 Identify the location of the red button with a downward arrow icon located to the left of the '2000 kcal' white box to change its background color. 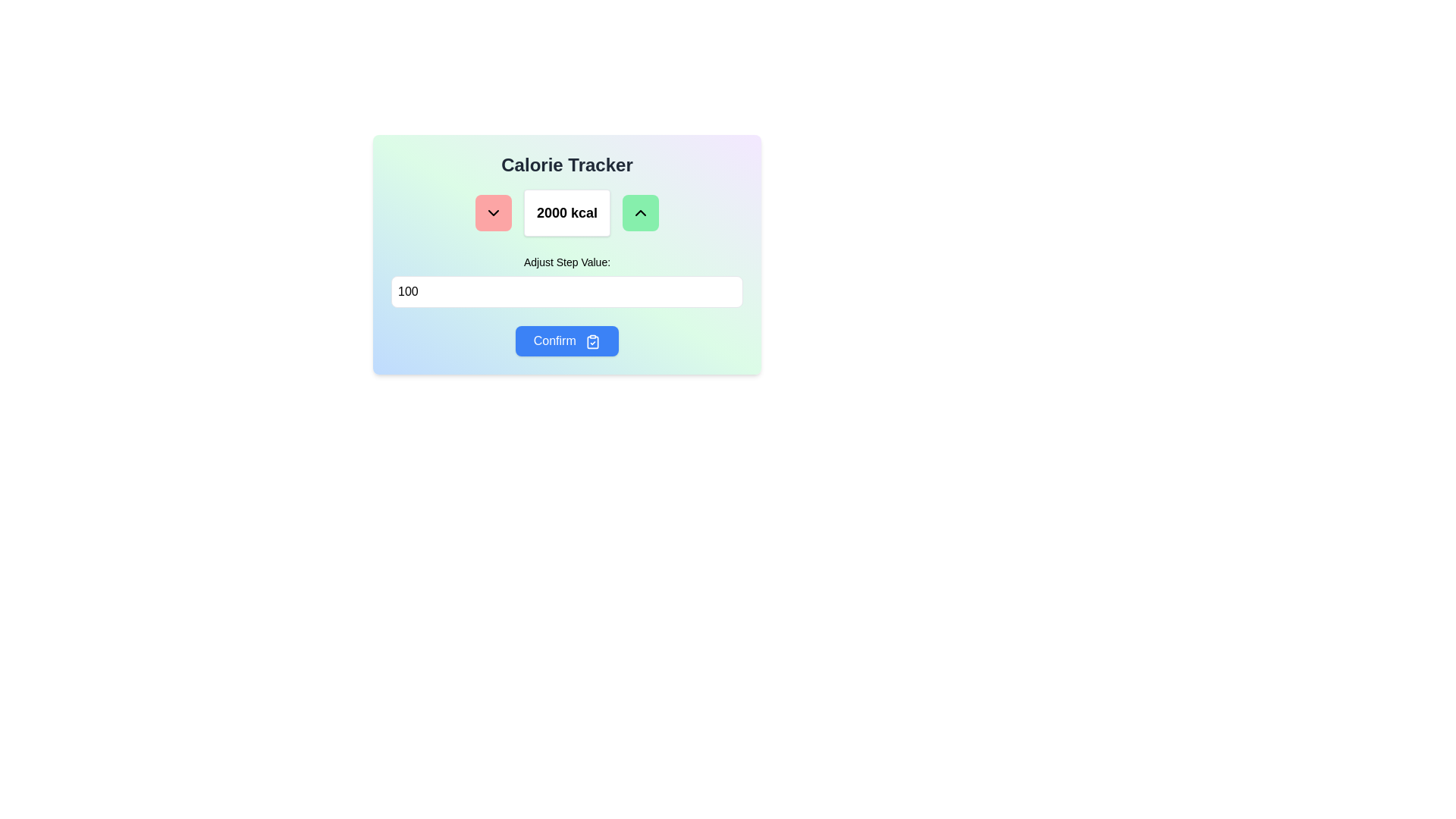
(493, 213).